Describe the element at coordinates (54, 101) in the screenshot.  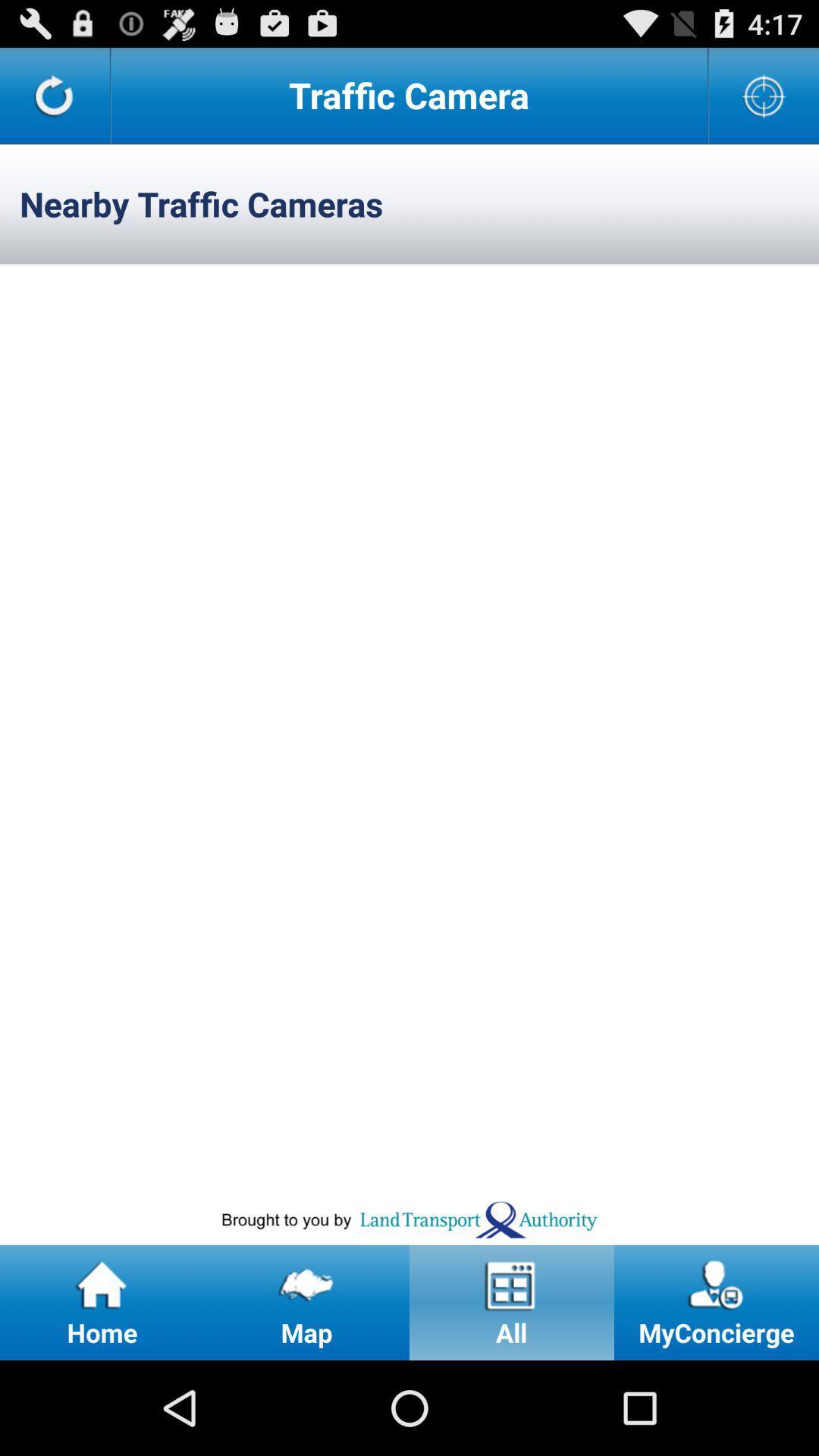
I see `the refresh icon` at that location.